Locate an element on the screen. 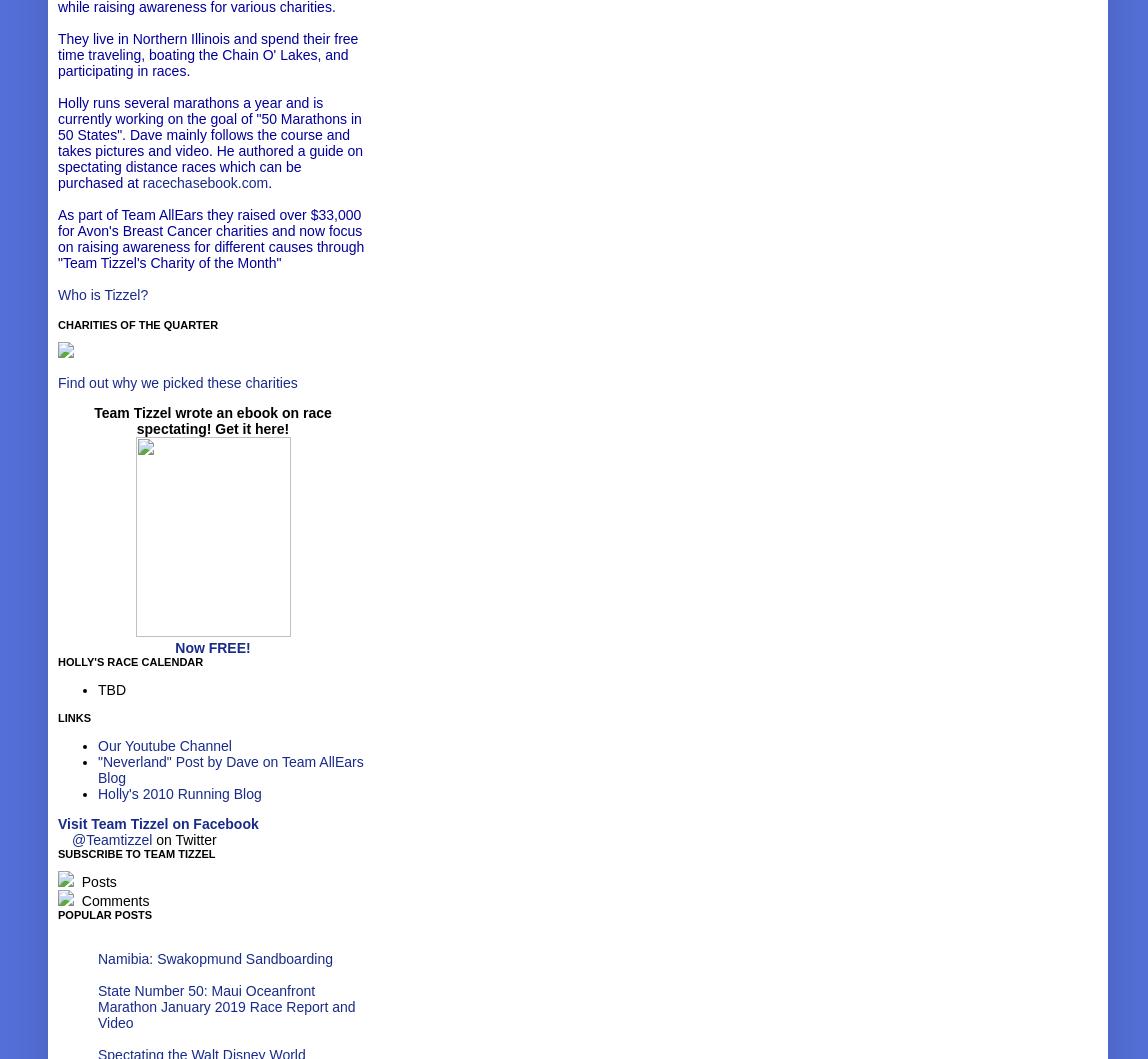 This screenshot has height=1059, width=1148. 'Holly's Race Calendar' is located at coordinates (130, 661).